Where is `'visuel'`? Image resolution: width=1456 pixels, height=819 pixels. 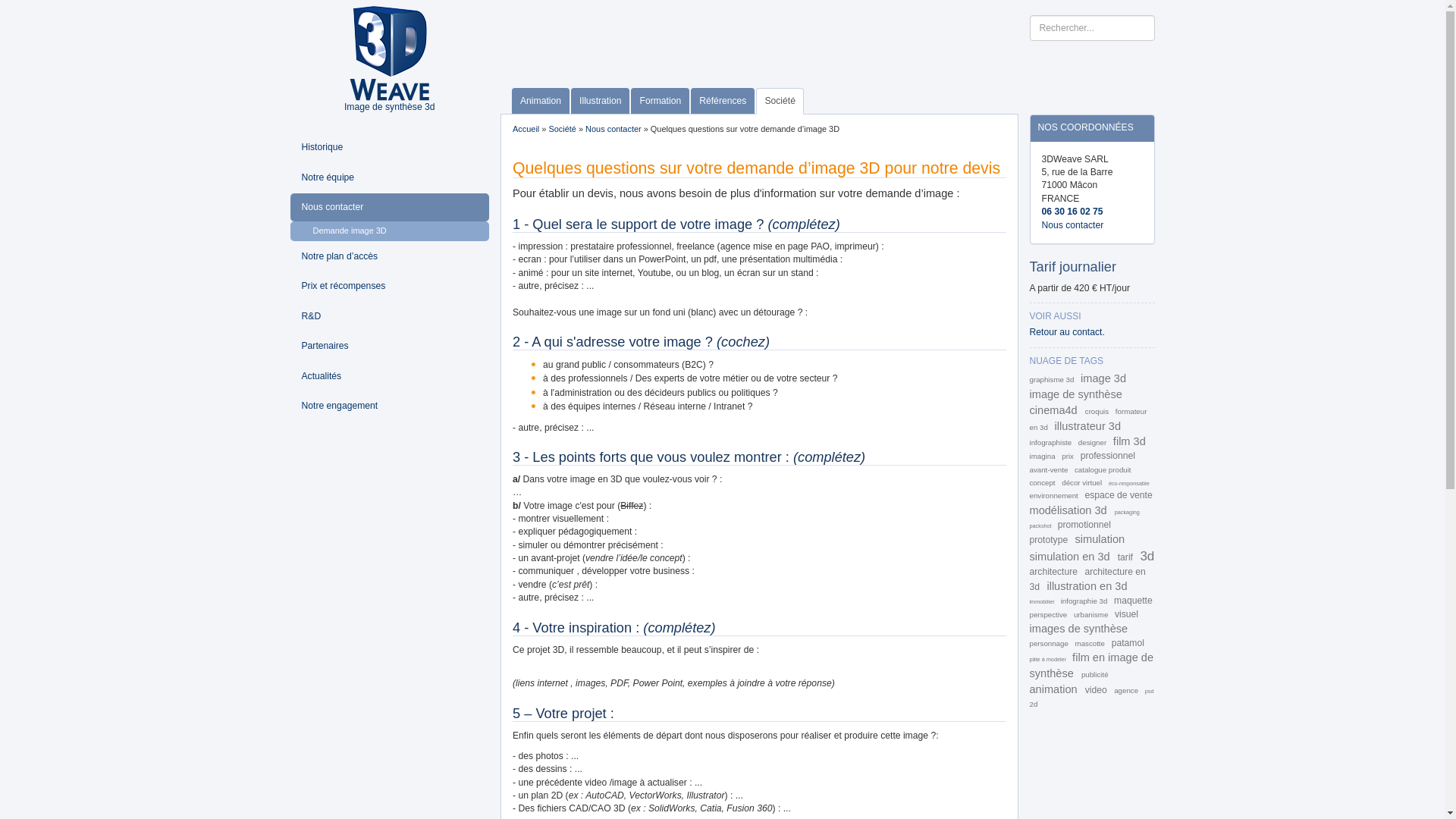
'visuel' is located at coordinates (1114, 614).